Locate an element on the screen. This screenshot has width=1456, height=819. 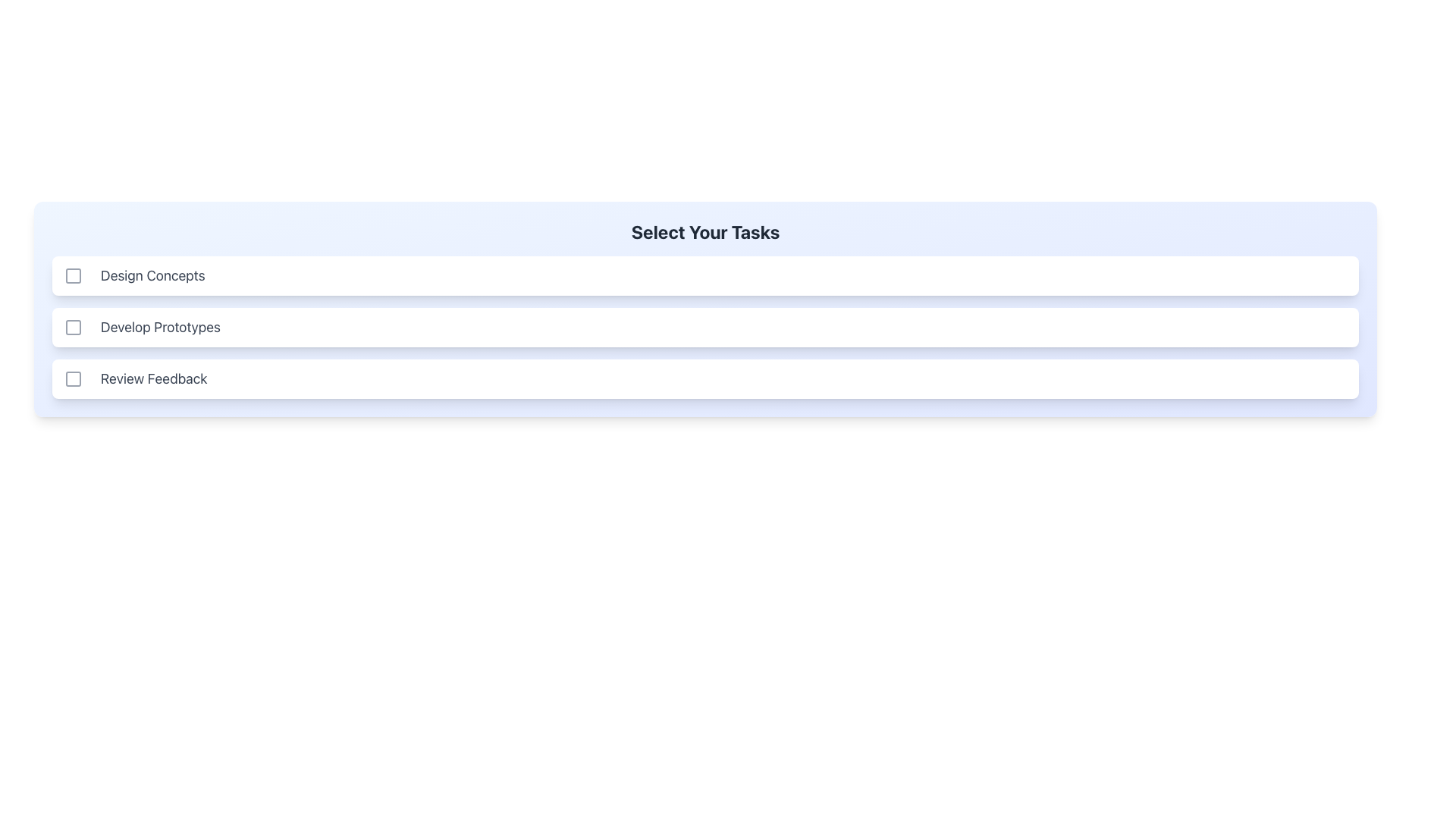
the Checkbox-like UI component located to the left of the 'Design Concepts' task item in the task selection interface is located at coordinates (72, 275).